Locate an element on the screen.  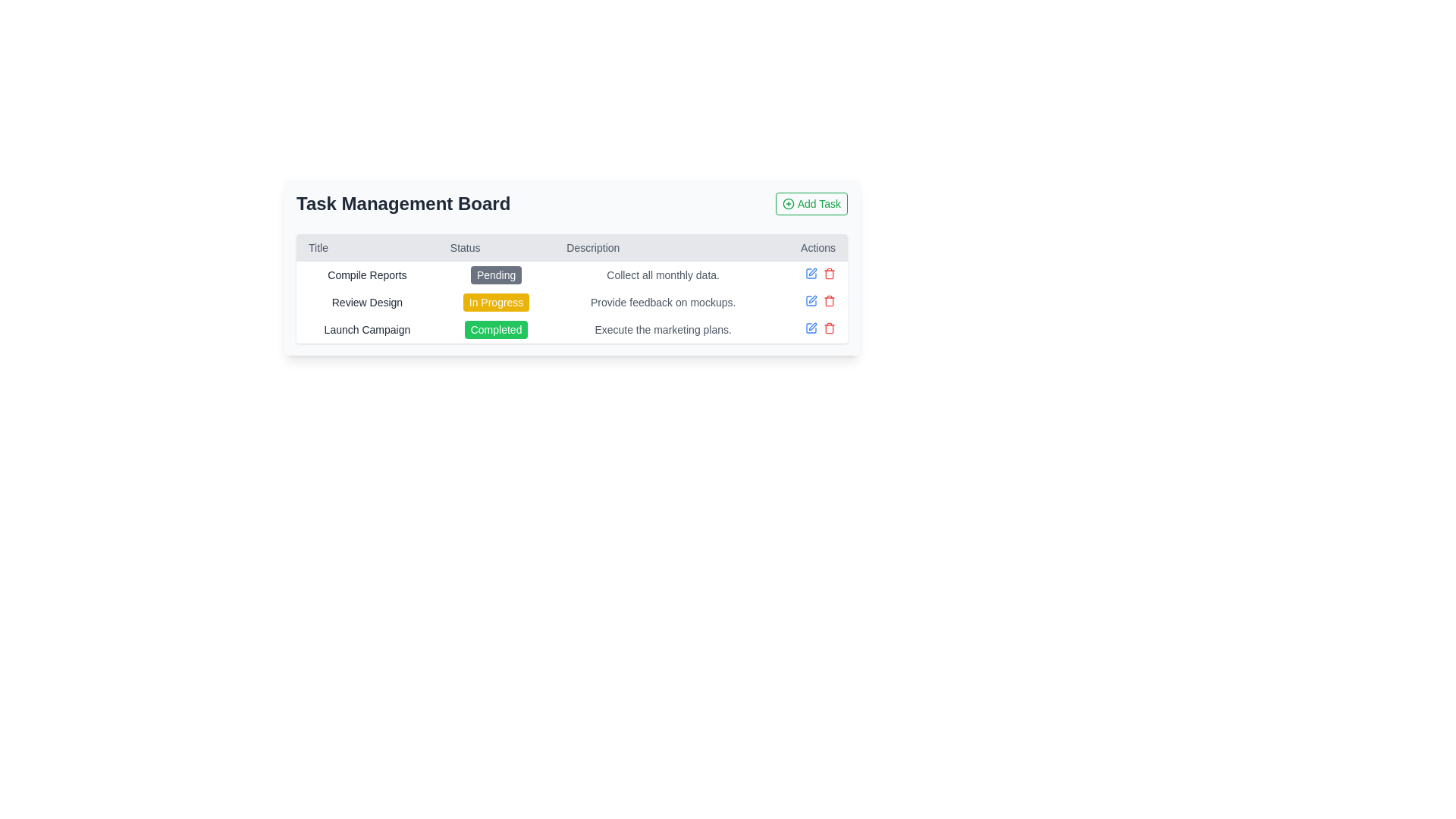
the rectangular button labeled 'Pending' in the 'Status' column of the table, which has a gray background and white text is located at coordinates (496, 275).